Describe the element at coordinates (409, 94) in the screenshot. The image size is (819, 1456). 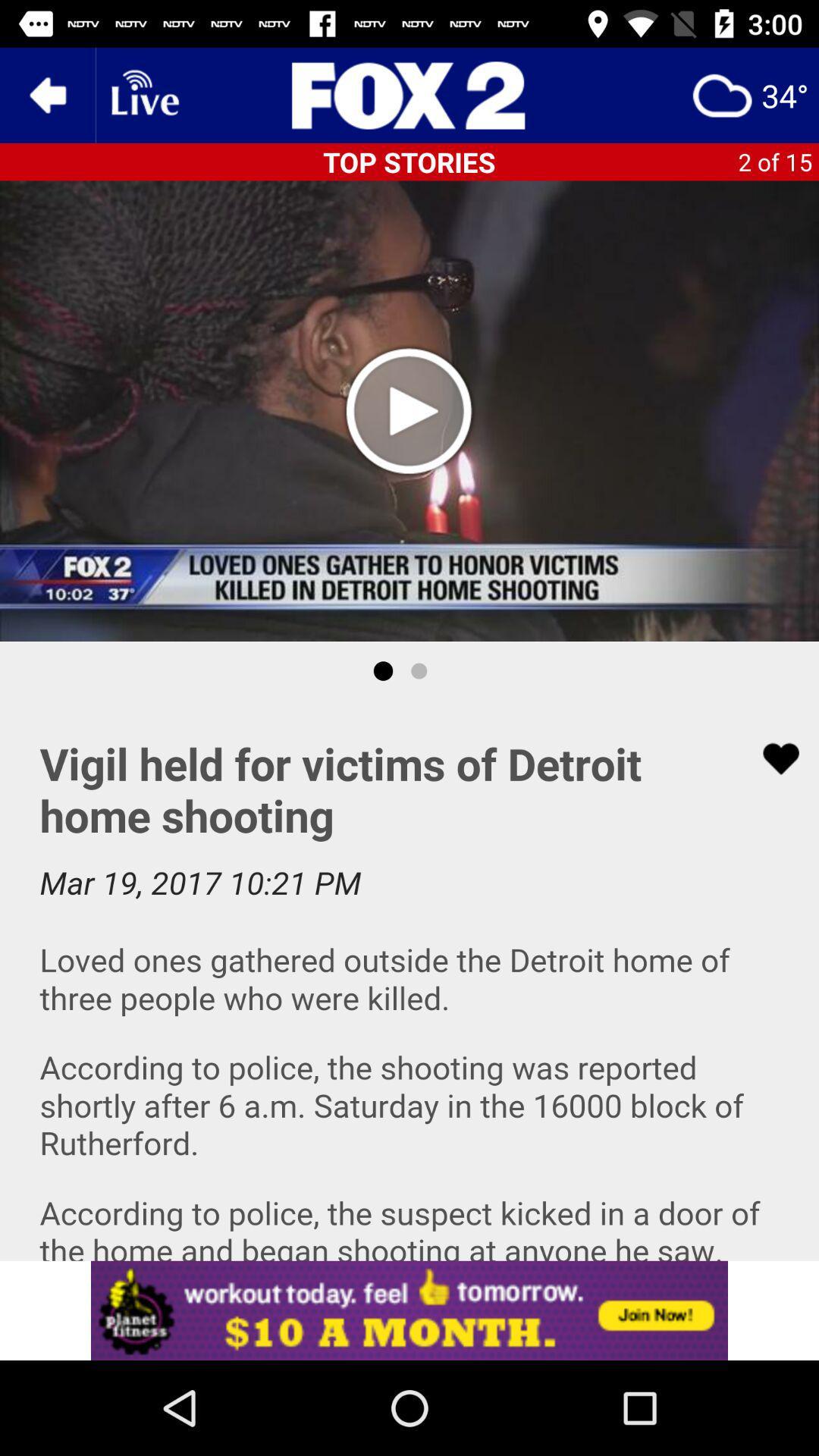
I see `live fox` at that location.